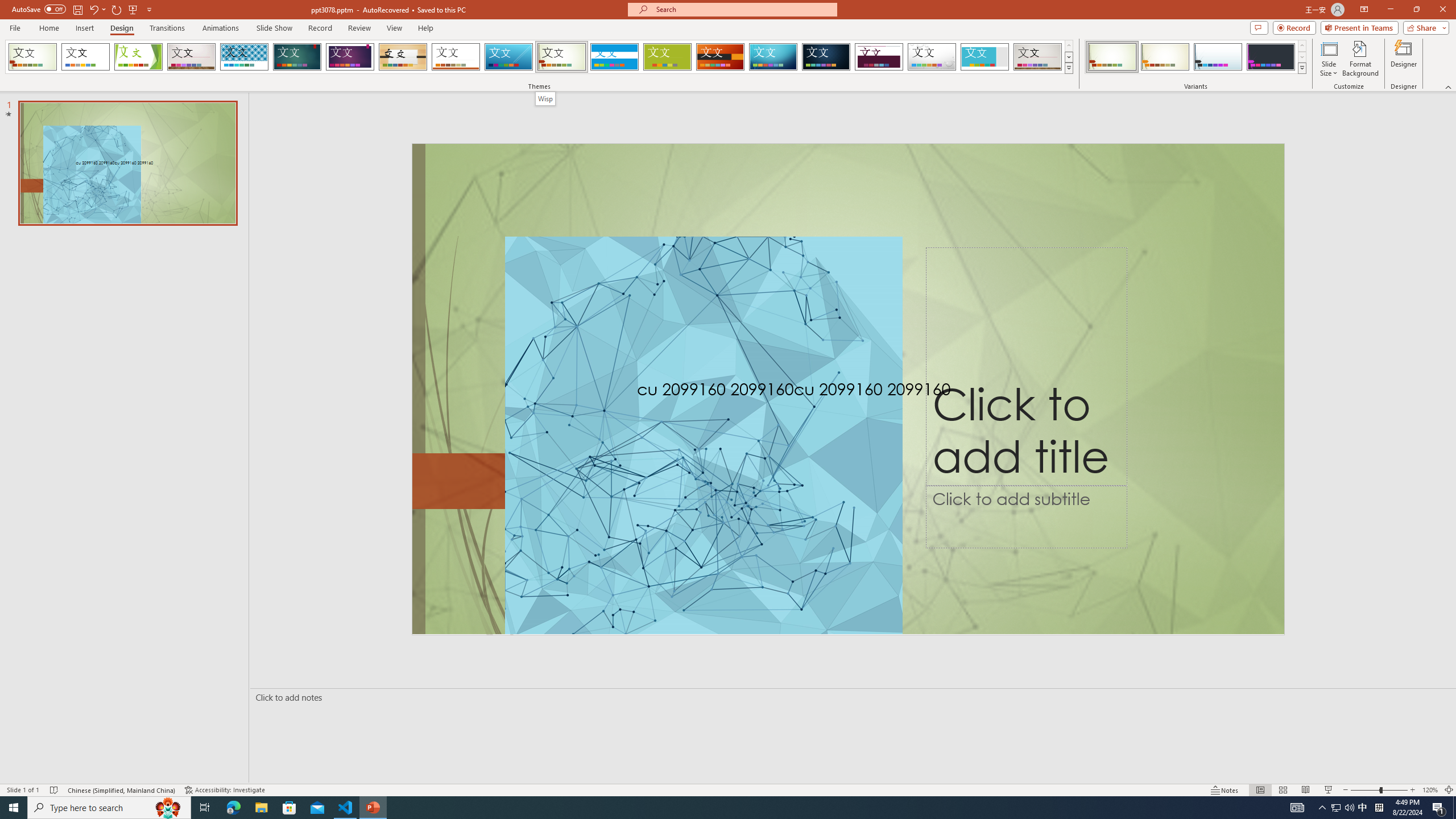  What do you see at coordinates (1412, 790) in the screenshot?
I see `'Zoom In'` at bounding box center [1412, 790].